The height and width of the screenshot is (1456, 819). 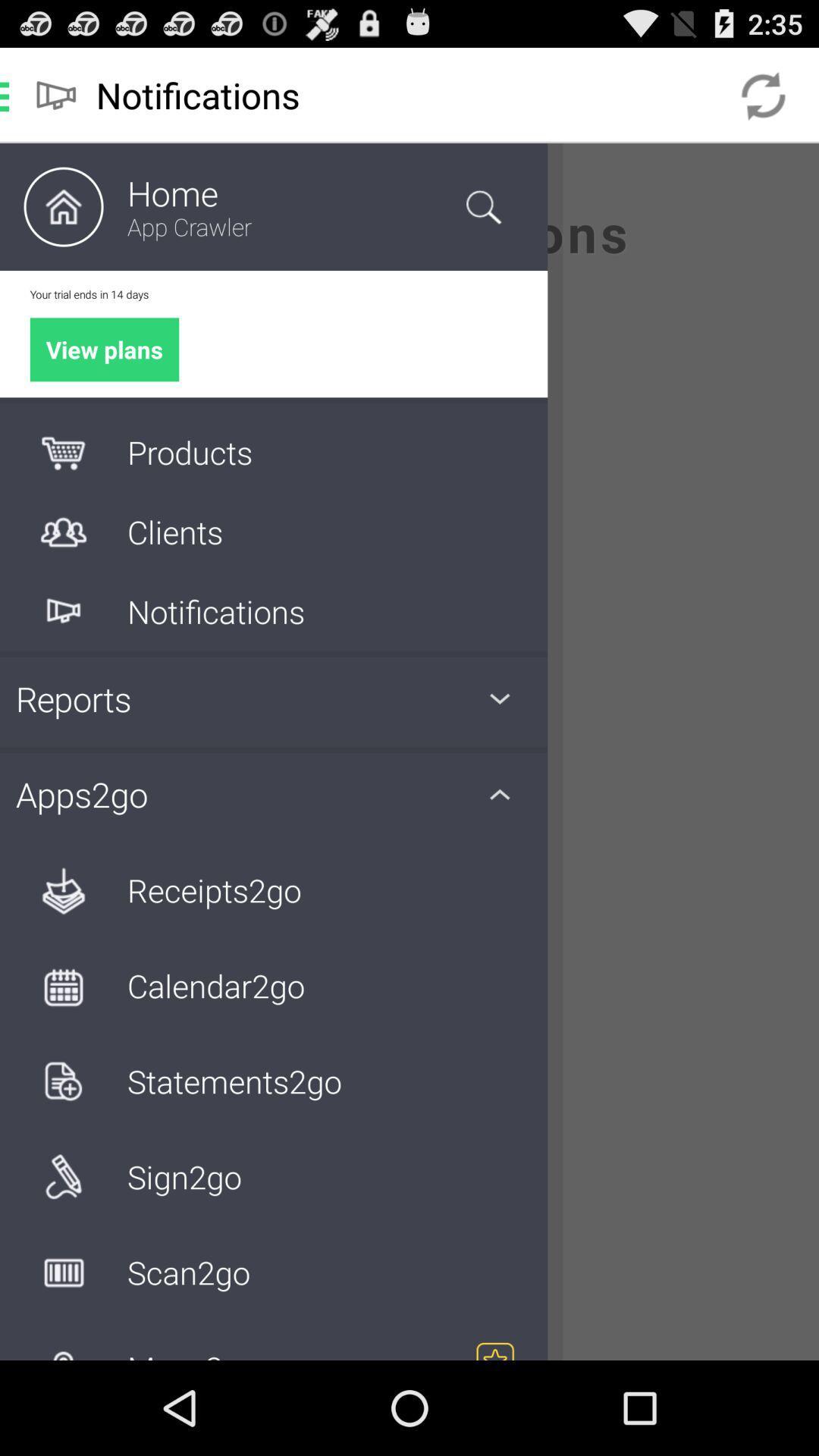 I want to click on icon left to statement2go, so click(x=63, y=1080).